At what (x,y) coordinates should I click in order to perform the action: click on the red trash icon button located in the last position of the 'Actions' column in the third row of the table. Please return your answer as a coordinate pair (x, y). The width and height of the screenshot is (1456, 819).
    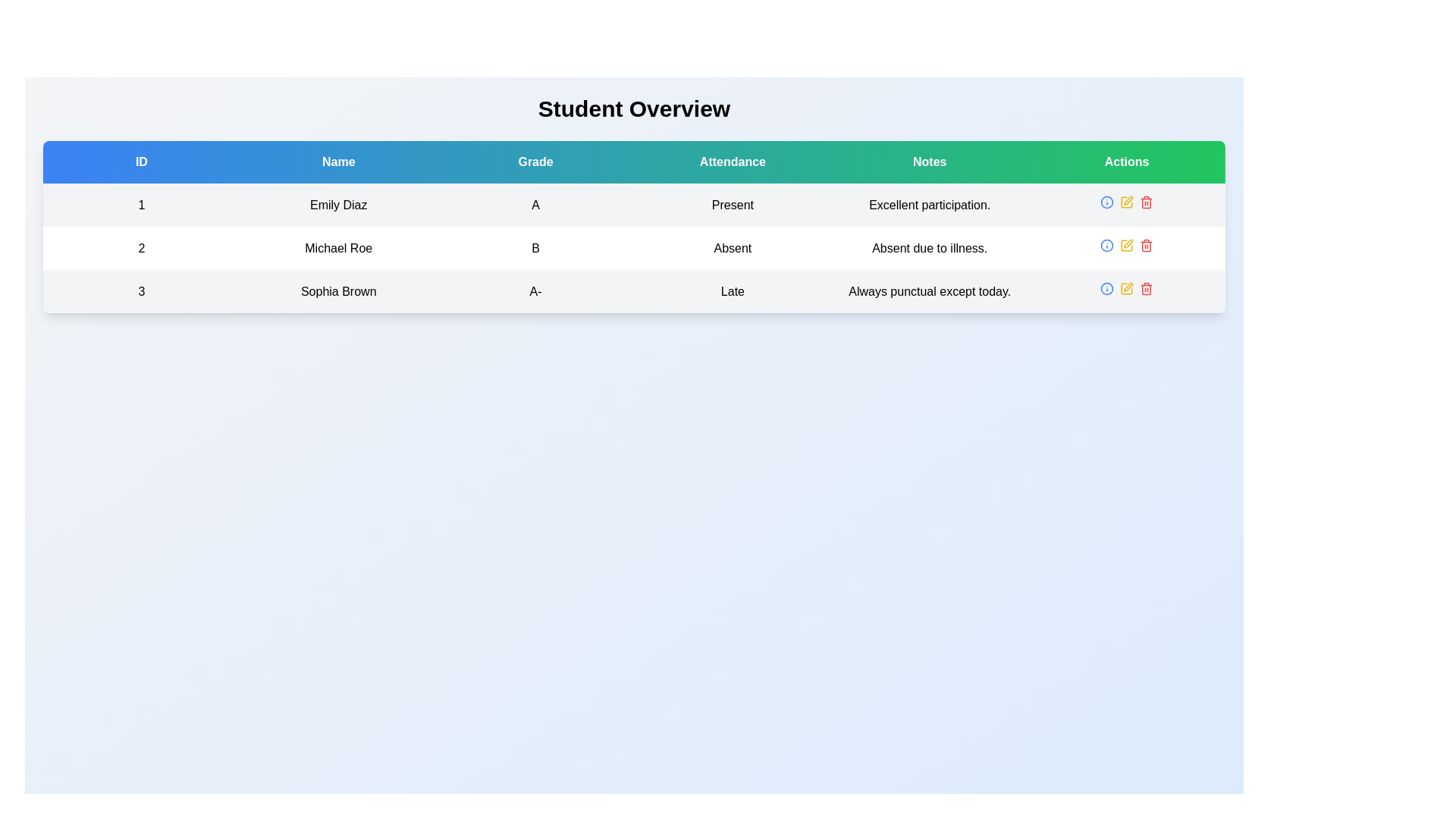
    Looking at the image, I should click on (1147, 201).